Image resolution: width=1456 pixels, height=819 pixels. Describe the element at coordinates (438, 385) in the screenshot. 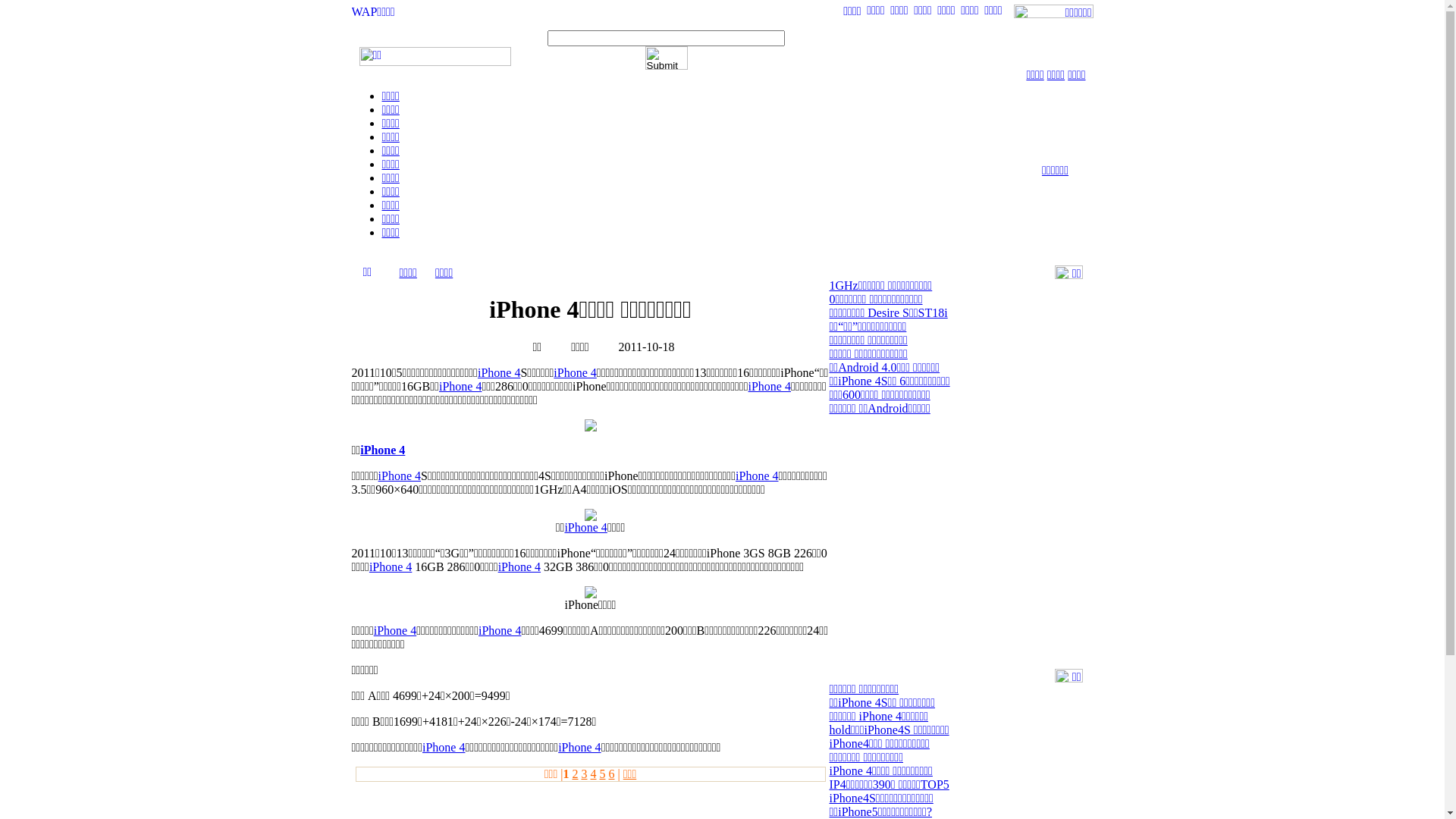

I see `'iPhone 4'` at that location.